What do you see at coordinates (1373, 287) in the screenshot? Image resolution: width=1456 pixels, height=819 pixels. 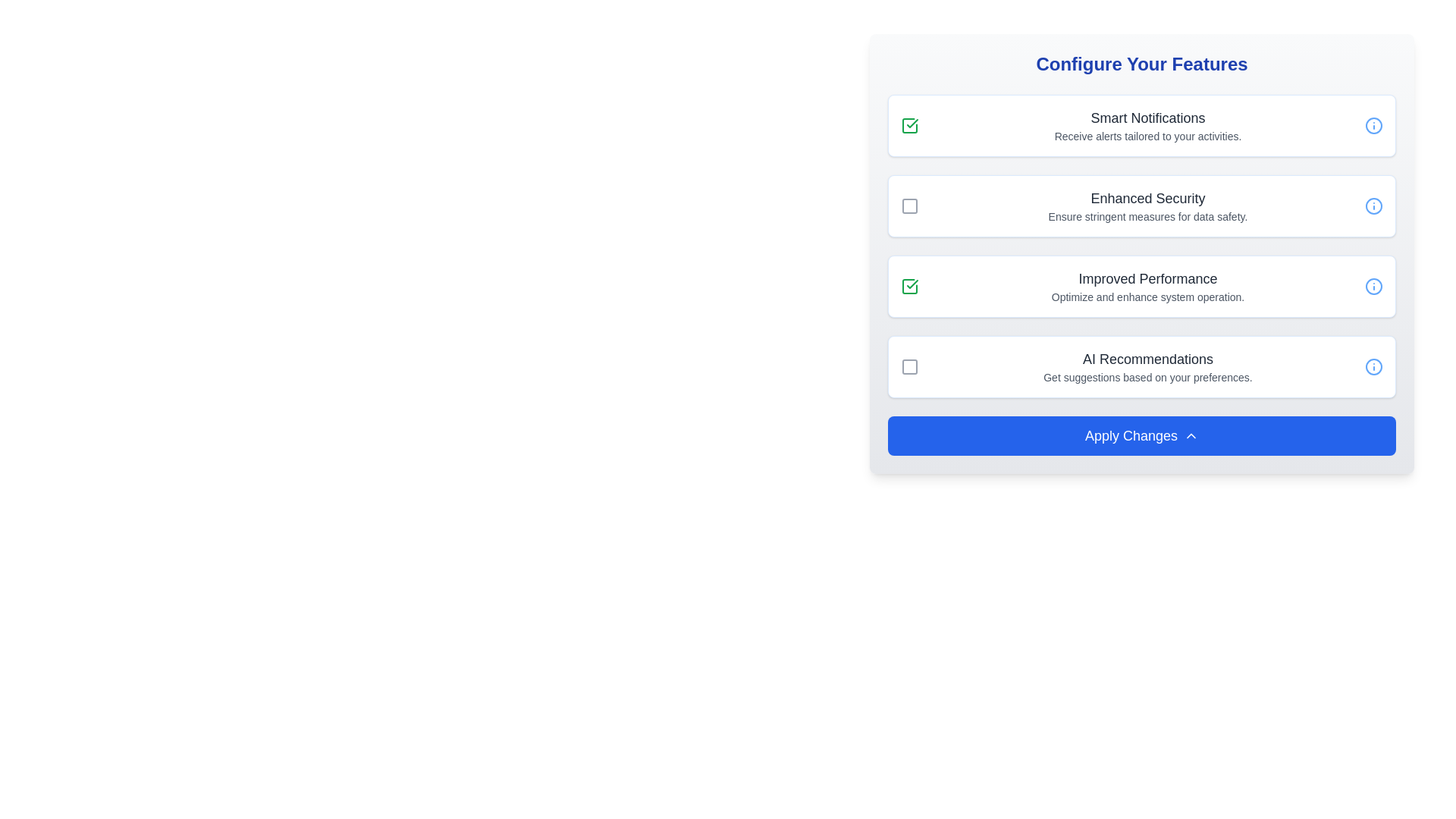 I see `the Circle SVG component of the 'info' icon, which provides additional information about the 'Improved Performance' feature` at bounding box center [1373, 287].